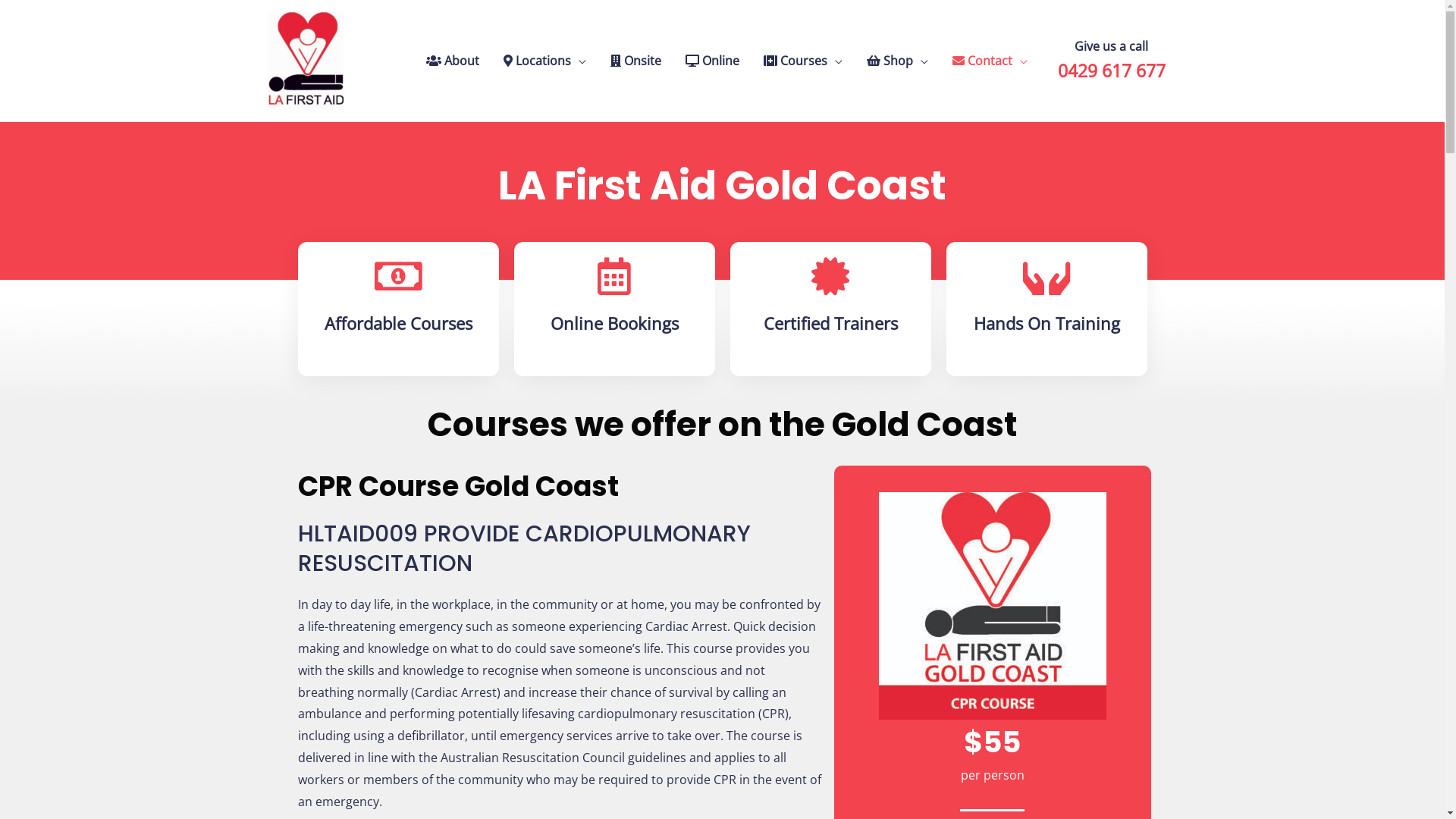 This screenshot has width=1456, height=819. Describe the element at coordinates (896, 60) in the screenshot. I see `'Shop'` at that location.